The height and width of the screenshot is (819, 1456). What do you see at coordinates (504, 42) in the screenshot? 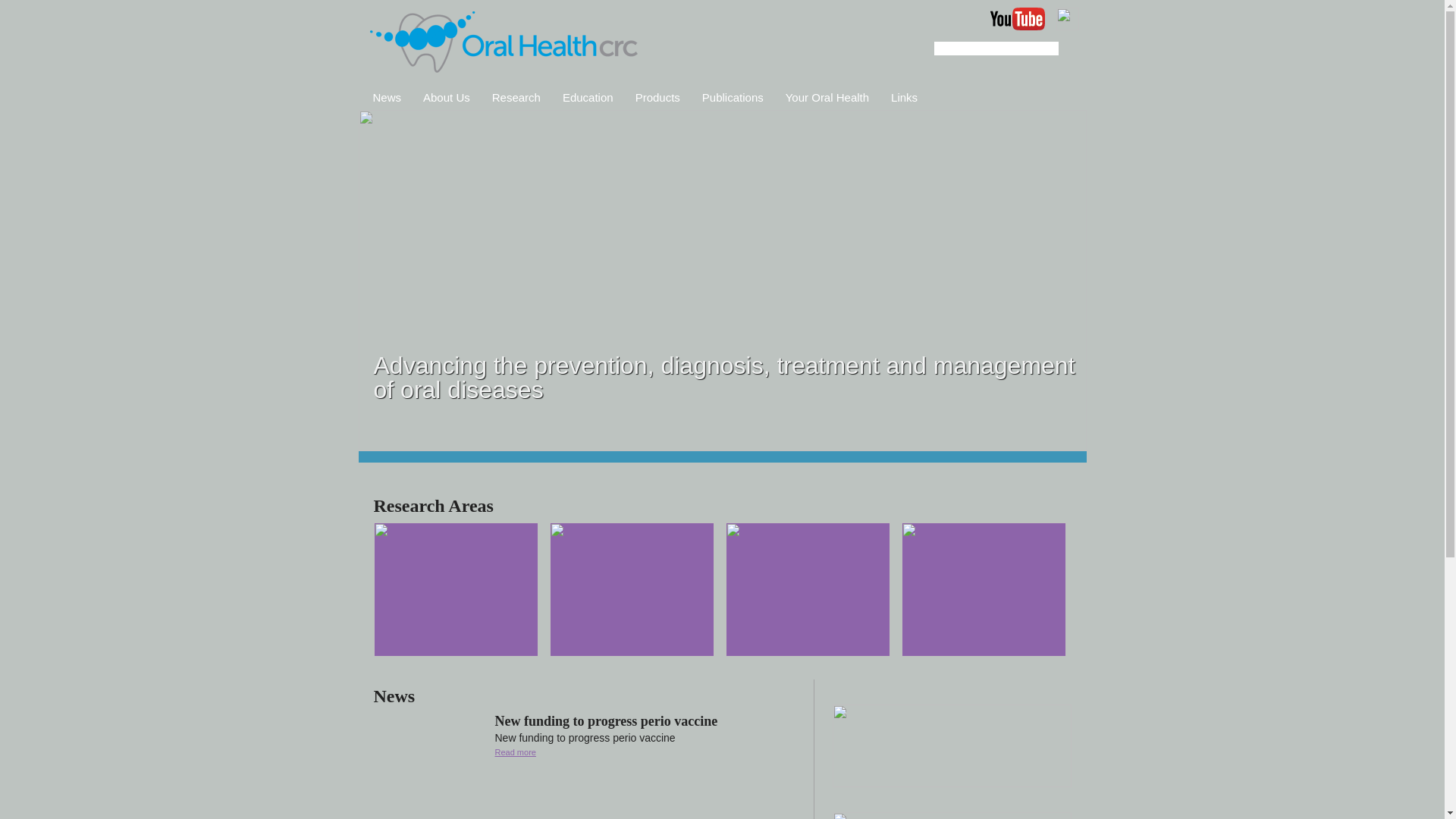
I see `'Home'` at bounding box center [504, 42].